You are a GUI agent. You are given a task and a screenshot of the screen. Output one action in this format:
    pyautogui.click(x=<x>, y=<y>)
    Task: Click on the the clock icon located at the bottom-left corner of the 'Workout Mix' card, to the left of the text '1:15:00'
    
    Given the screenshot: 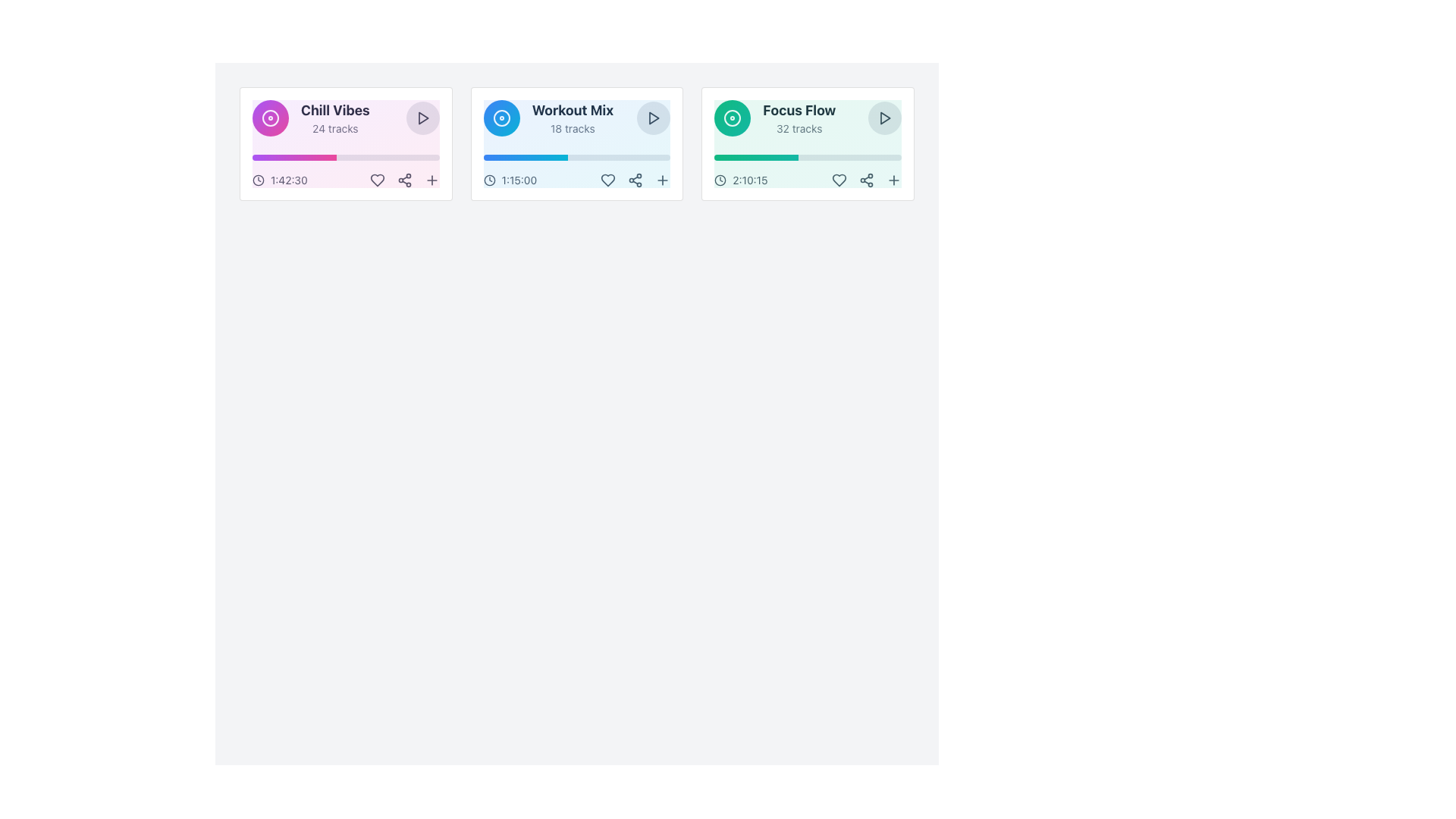 What is the action you would take?
    pyautogui.click(x=489, y=180)
    